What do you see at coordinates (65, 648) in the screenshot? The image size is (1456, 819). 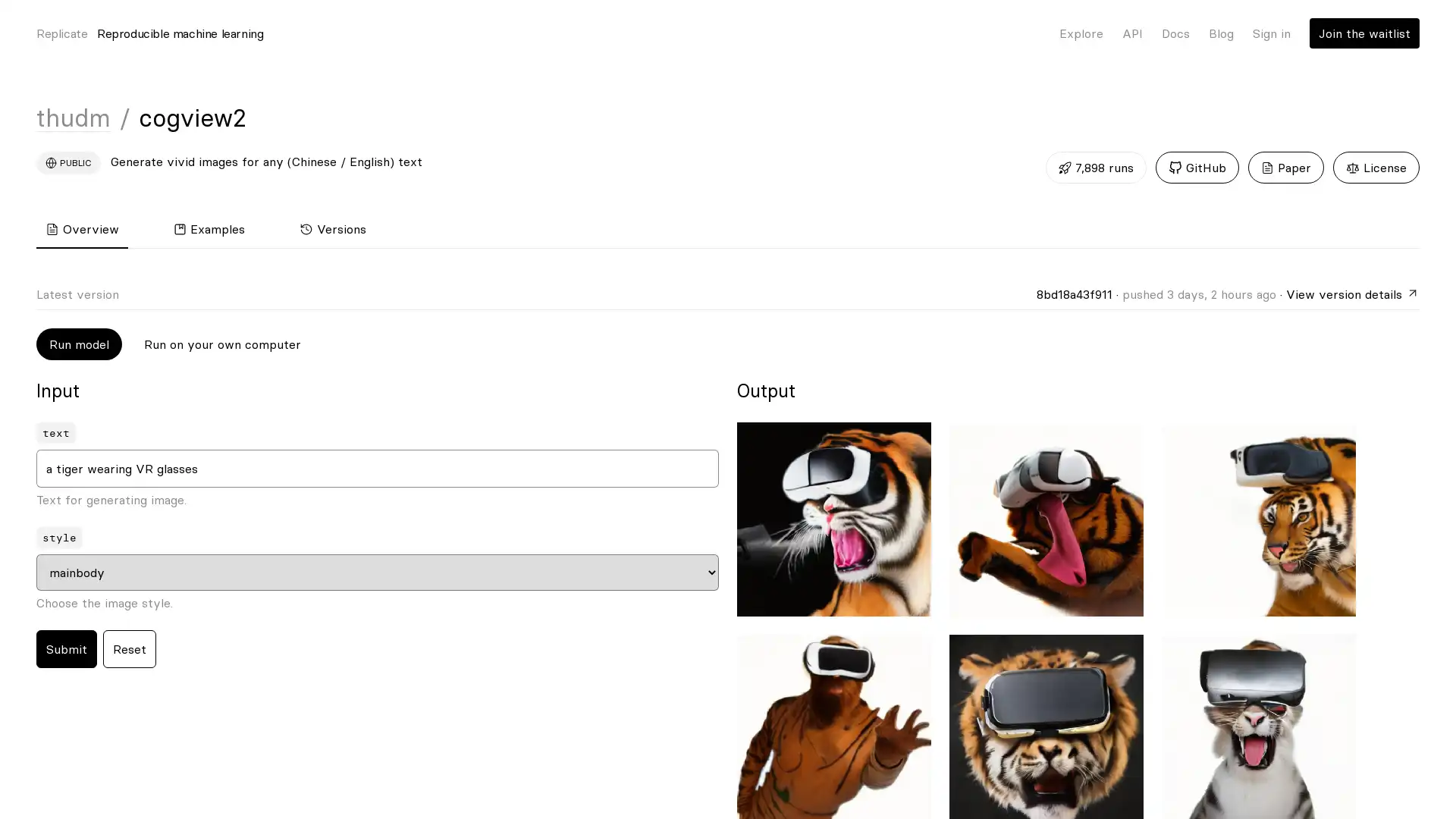 I see `Submit` at bounding box center [65, 648].